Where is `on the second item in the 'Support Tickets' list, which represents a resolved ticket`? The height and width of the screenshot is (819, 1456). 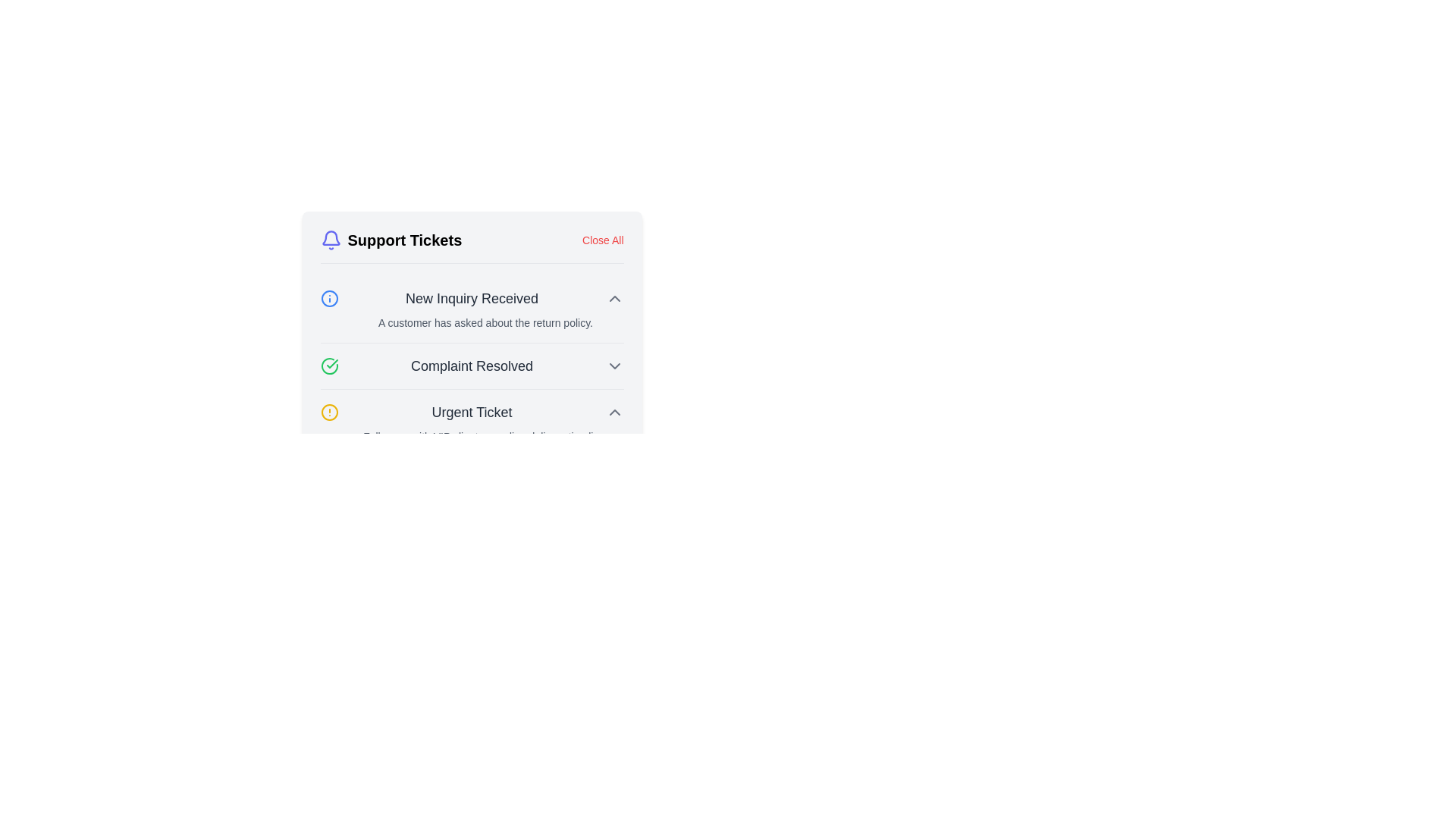
on the second item in the 'Support Tickets' list, which represents a resolved ticket is located at coordinates (471, 366).